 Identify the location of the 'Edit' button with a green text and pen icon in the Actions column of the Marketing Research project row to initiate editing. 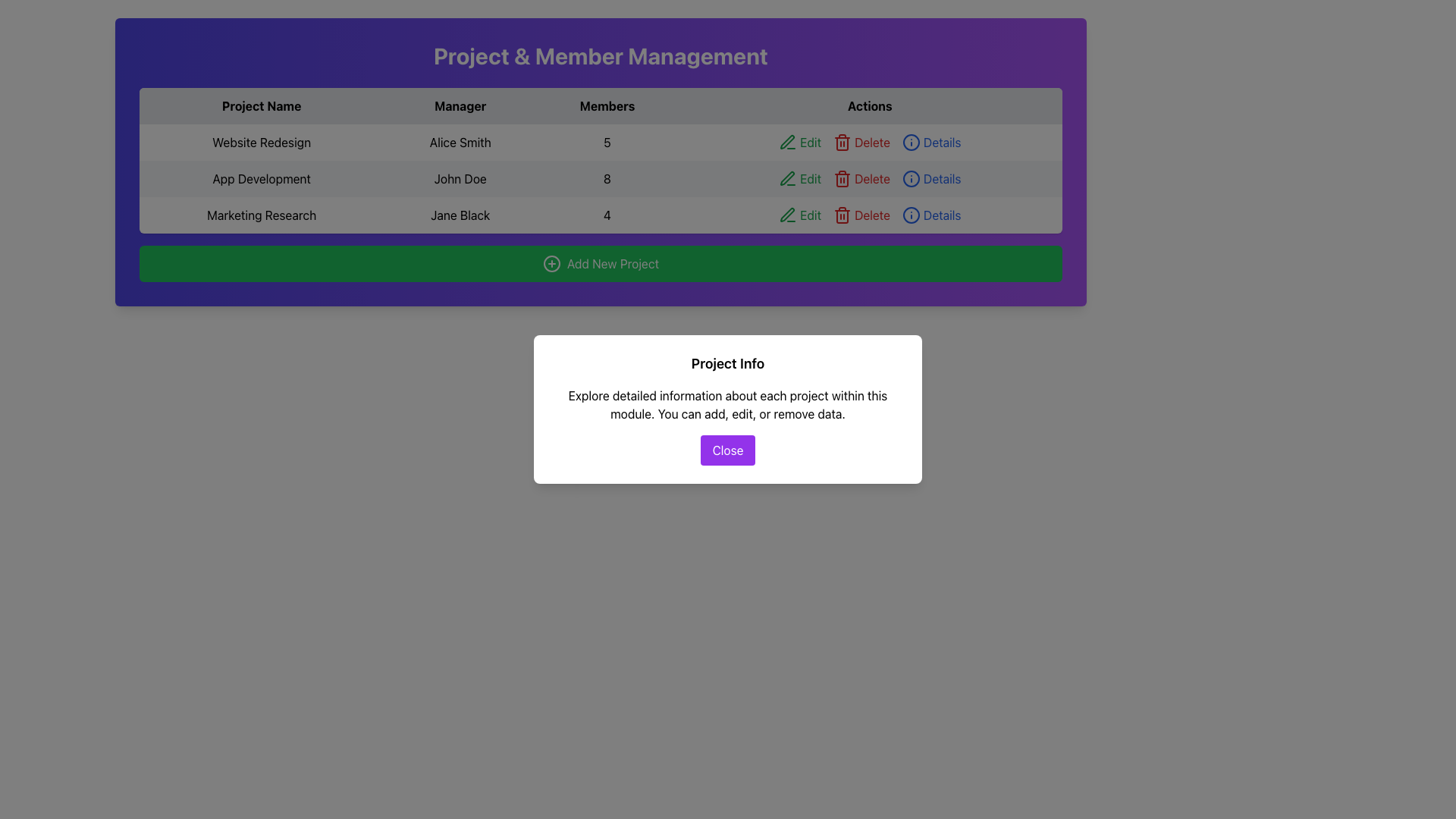
(799, 215).